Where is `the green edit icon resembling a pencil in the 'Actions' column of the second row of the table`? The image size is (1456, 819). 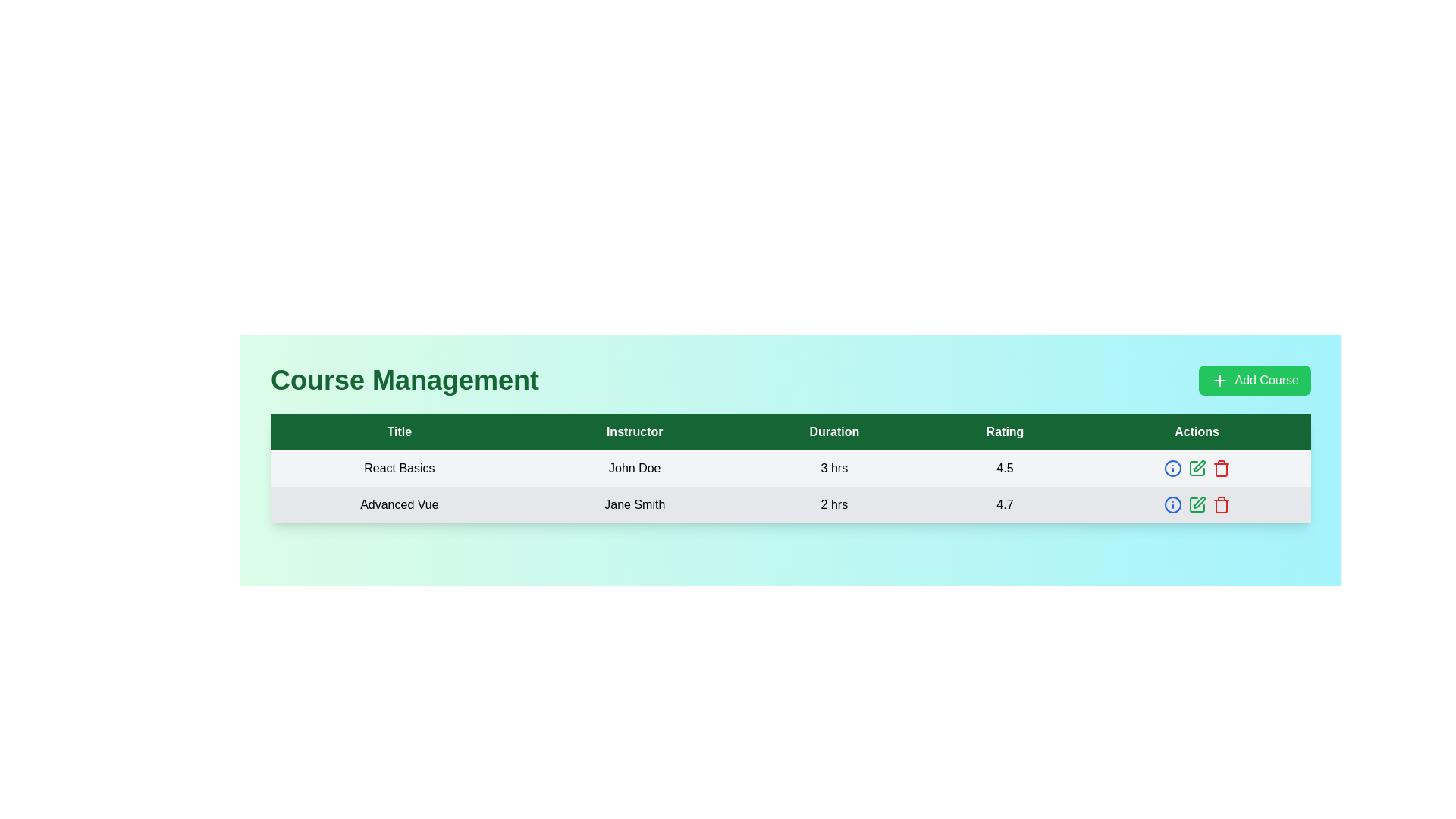 the green edit icon resembling a pencil in the 'Actions' column of the second row of the table is located at coordinates (1196, 505).